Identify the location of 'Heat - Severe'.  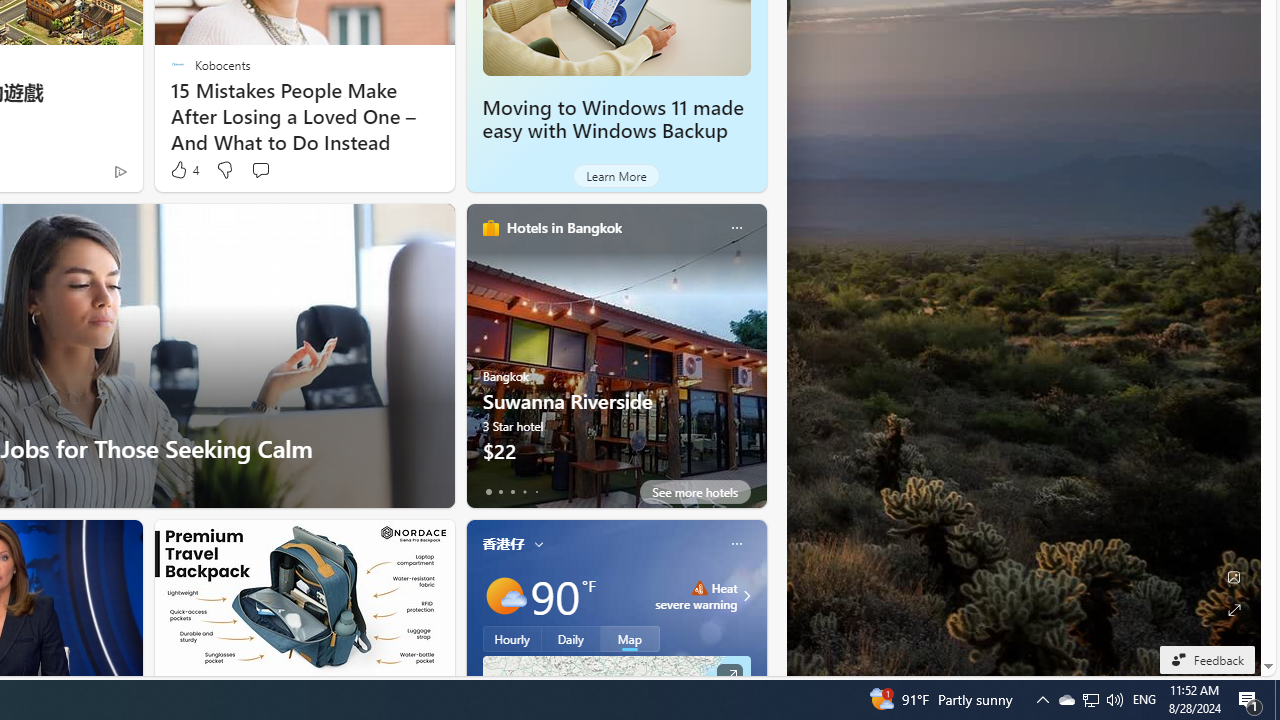
(699, 587).